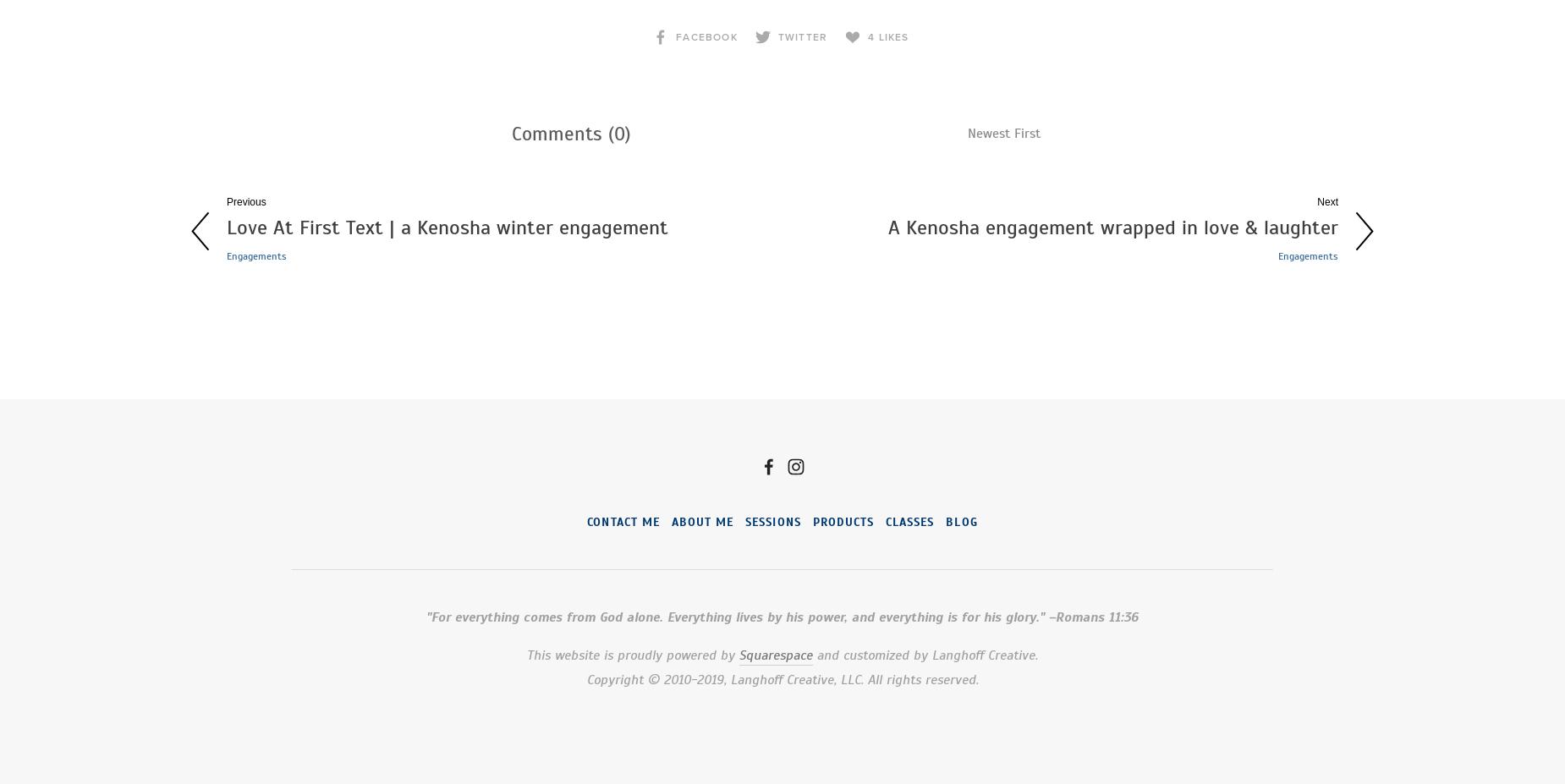  Describe the element at coordinates (706, 36) in the screenshot. I see `'Facebook'` at that location.